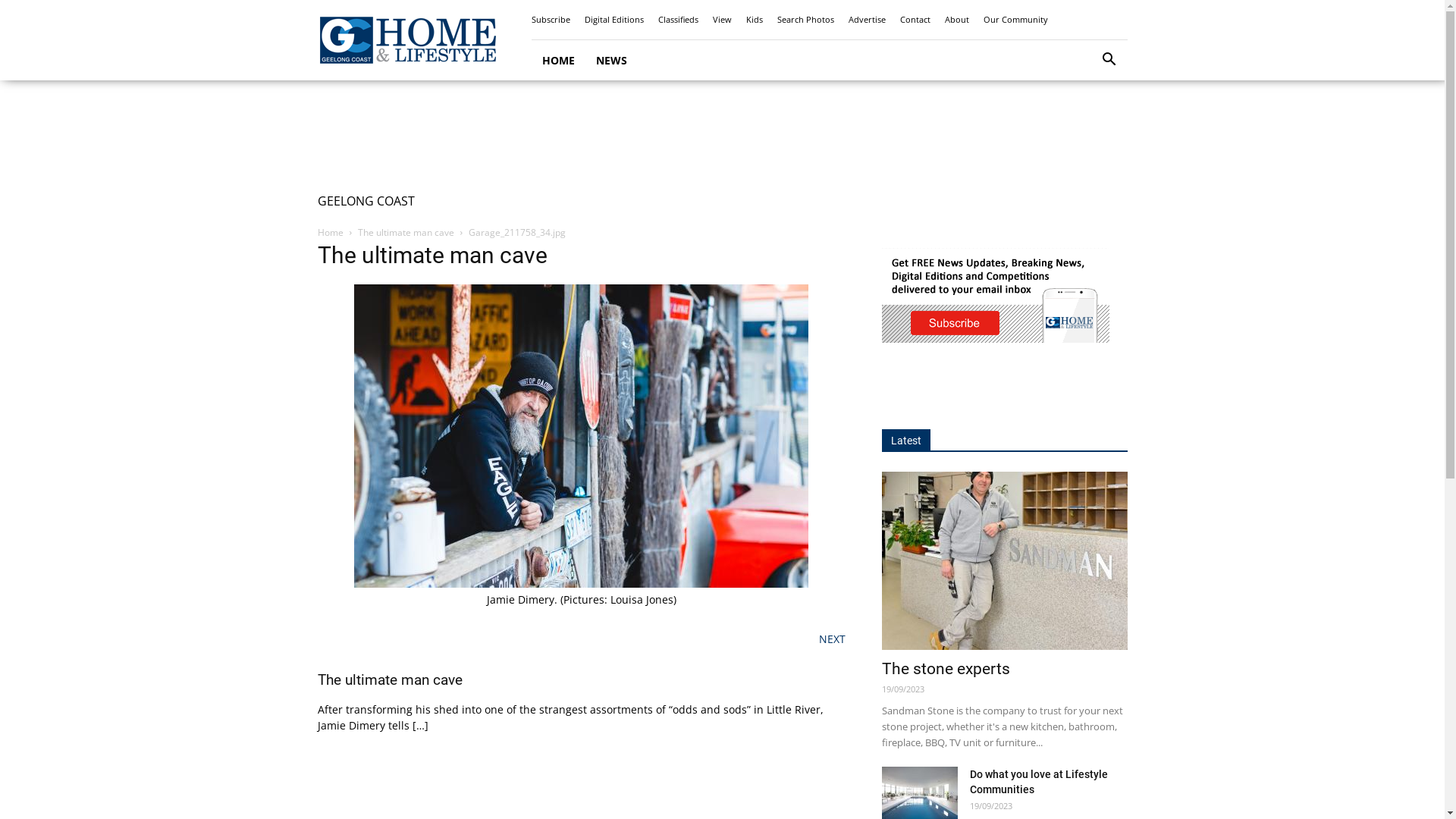 This screenshot has width=1456, height=819. I want to click on 'Digital Editions', so click(613, 19).